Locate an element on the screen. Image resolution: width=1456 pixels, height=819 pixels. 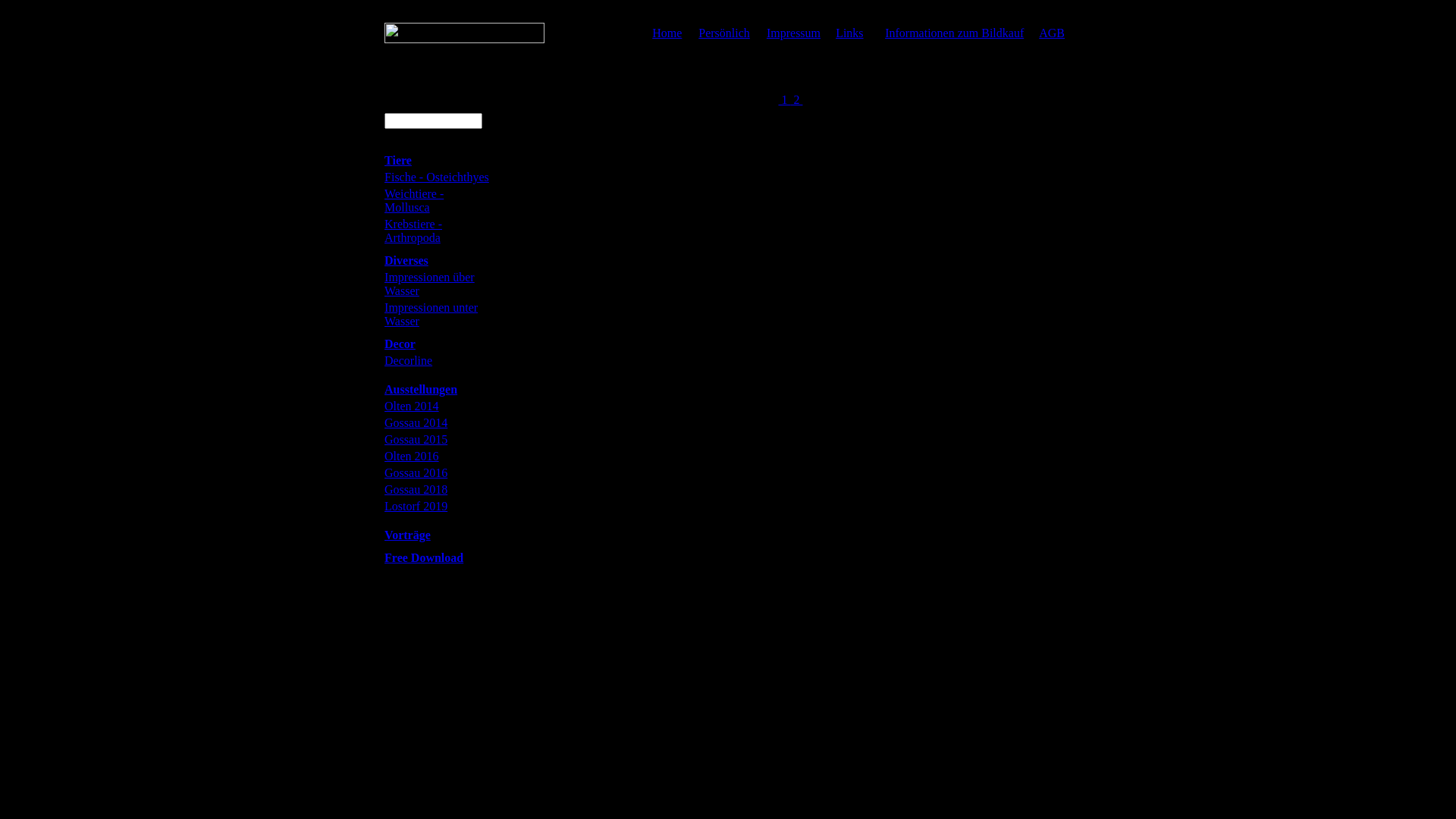
'Impressum' is located at coordinates (792, 32).